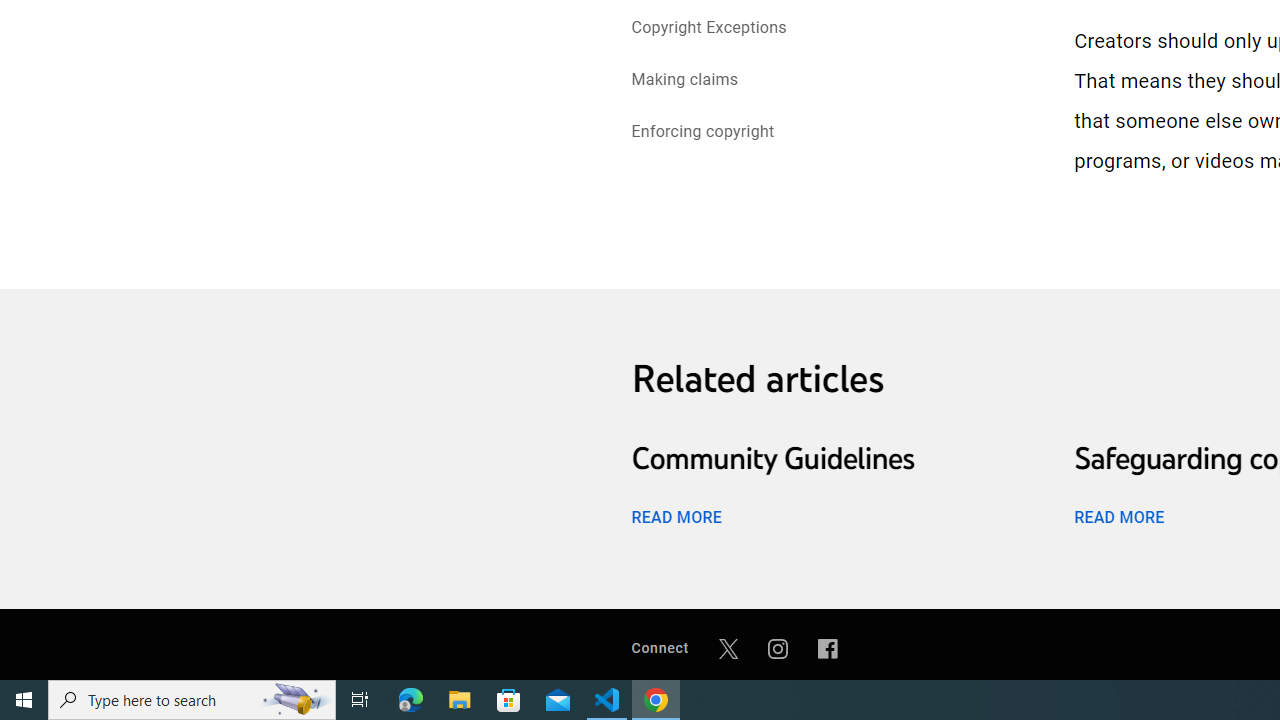 The image size is (1280, 720). Describe the element at coordinates (727, 648) in the screenshot. I see `'Twitter'` at that location.